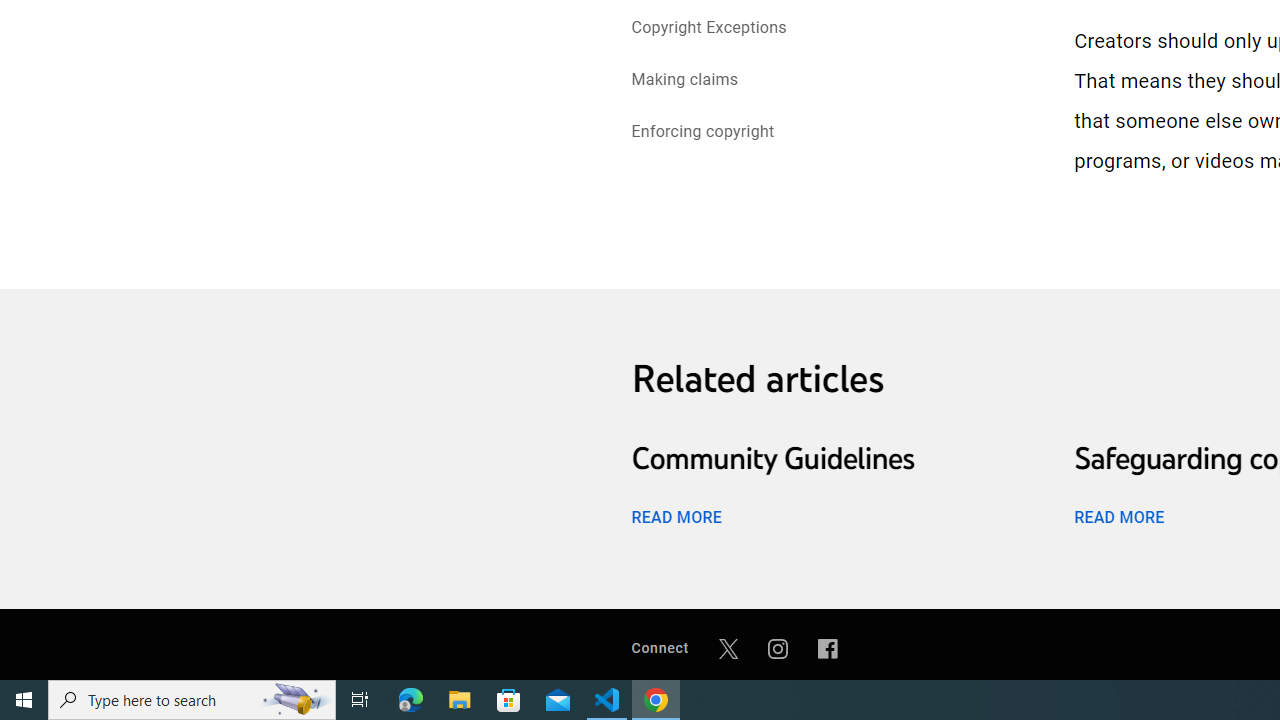 The image size is (1280, 720). Describe the element at coordinates (727, 648) in the screenshot. I see `'Twitter'` at that location.